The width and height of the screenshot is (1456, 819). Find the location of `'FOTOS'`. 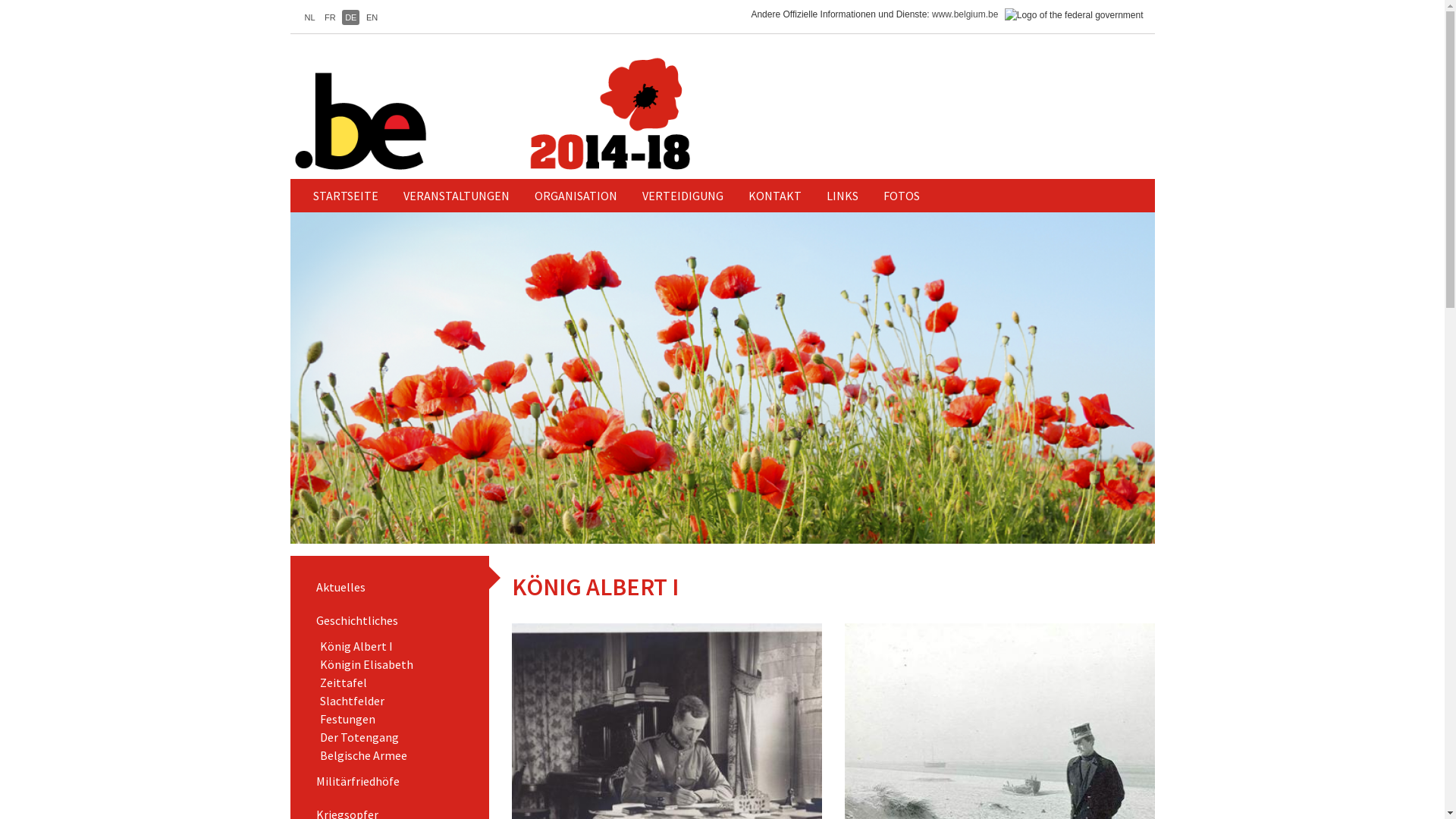

'FOTOS' is located at coordinates (902, 195).